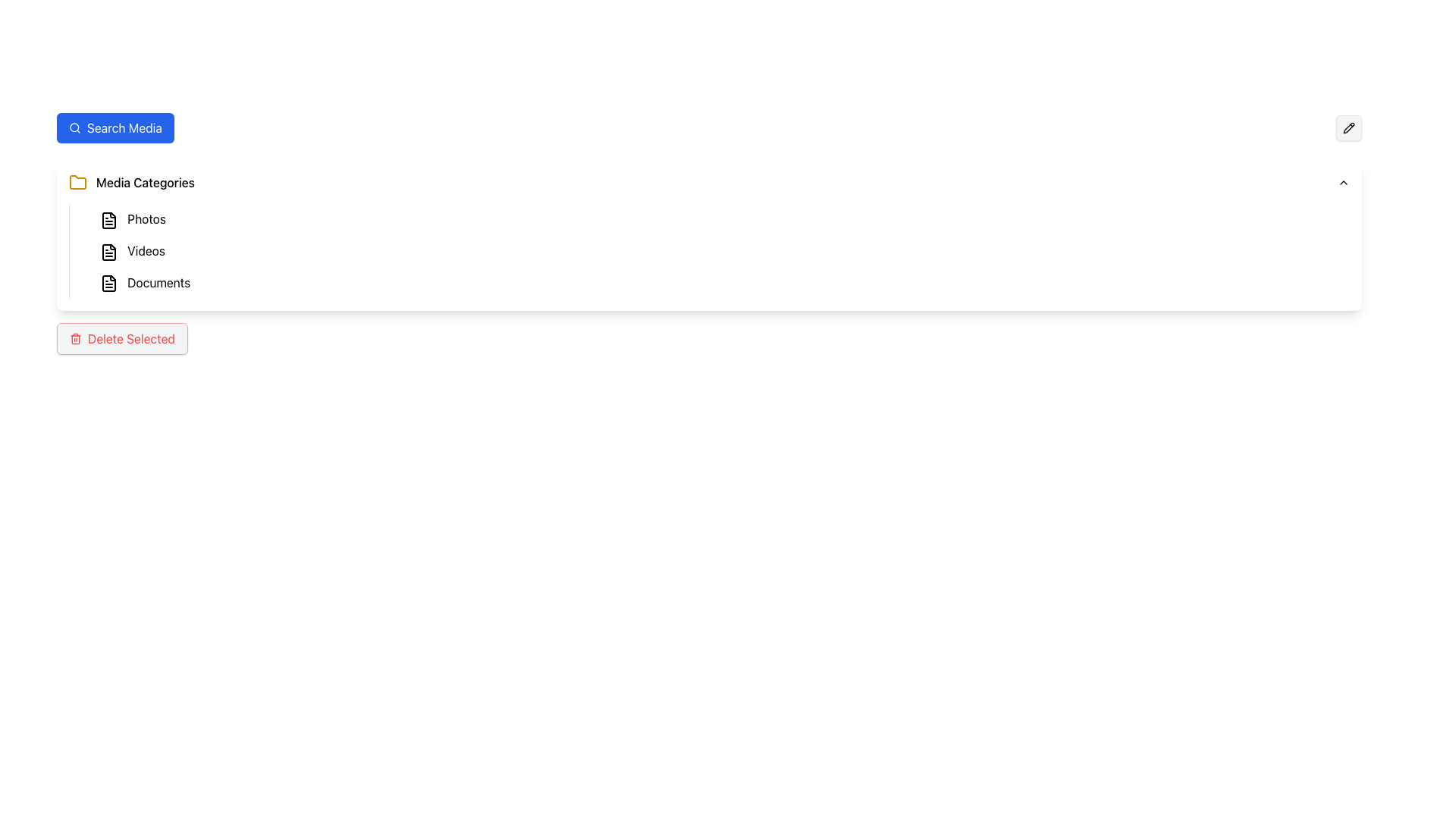  Describe the element at coordinates (1349, 127) in the screenshot. I see `the edit icon located in the top-right corner of the interface, which is part of a pencil graphic within an SVG element` at that location.